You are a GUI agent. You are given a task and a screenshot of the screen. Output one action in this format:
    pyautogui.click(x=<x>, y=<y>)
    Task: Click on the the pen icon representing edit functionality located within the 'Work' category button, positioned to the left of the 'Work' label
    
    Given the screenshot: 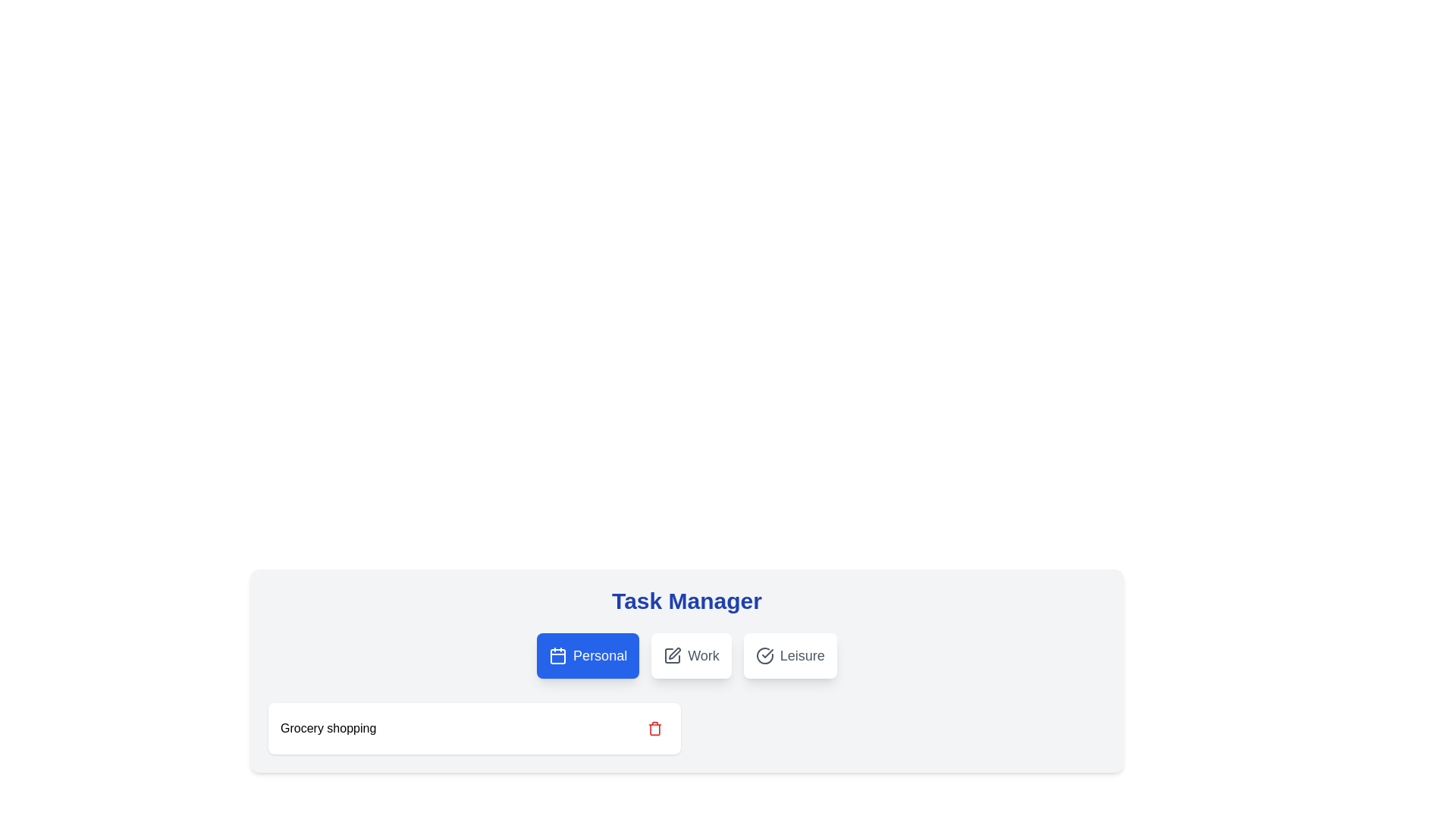 What is the action you would take?
    pyautogui.click(x=672, y=654)
    